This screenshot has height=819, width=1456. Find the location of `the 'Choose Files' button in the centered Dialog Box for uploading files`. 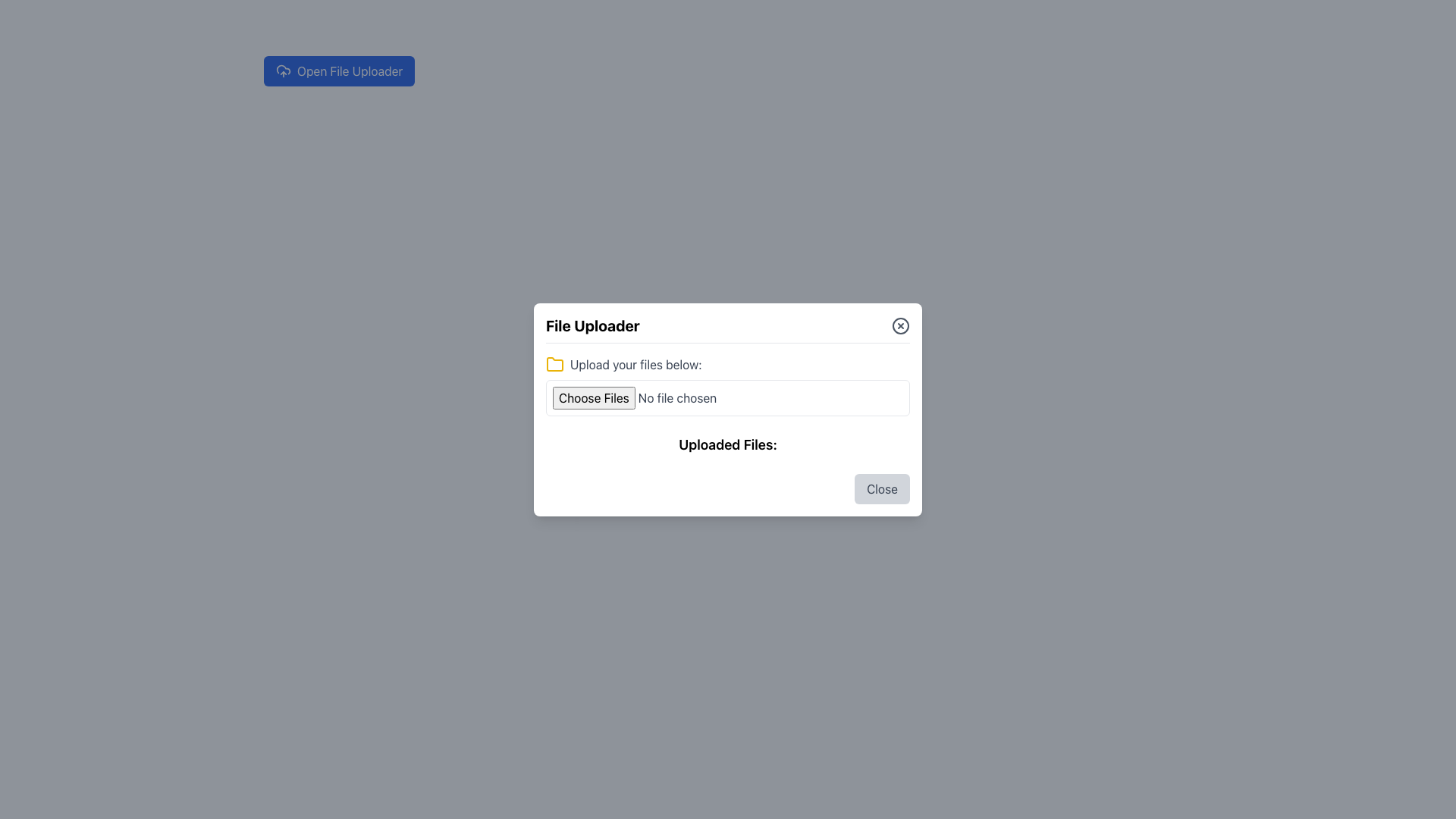

the 'Choose Files' button in the centered Dialog Box for uploading files is located at coordinates (728, 409).